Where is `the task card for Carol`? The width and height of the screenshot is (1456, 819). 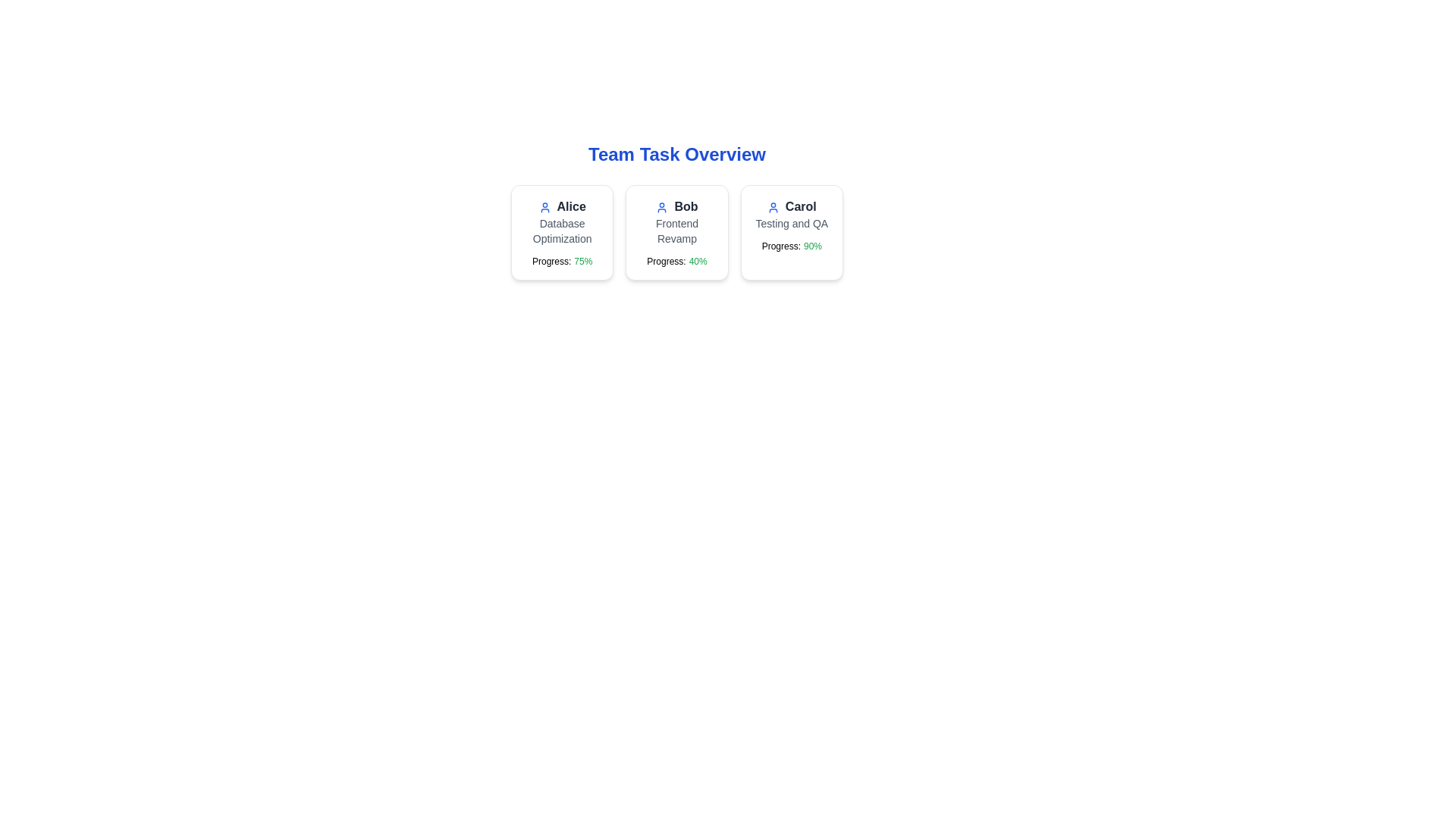 the task card for Carol is located at coordinates (791, 233).